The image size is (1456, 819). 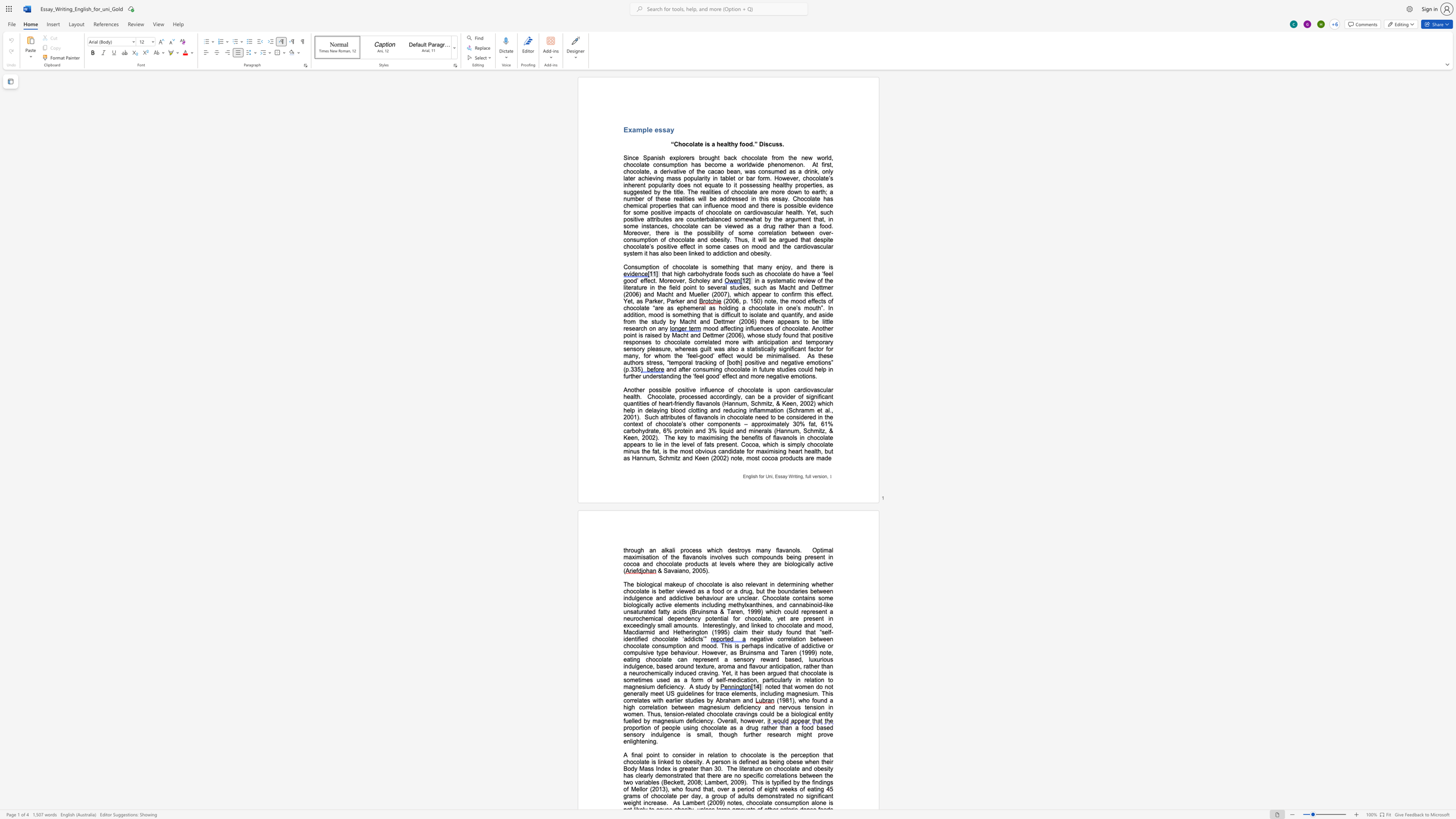 What do you see at coordinates (703, 687) in the screenshot?
I see `the space between the continuous character "u" and "d" in the text` at bounding box center [703, 687].